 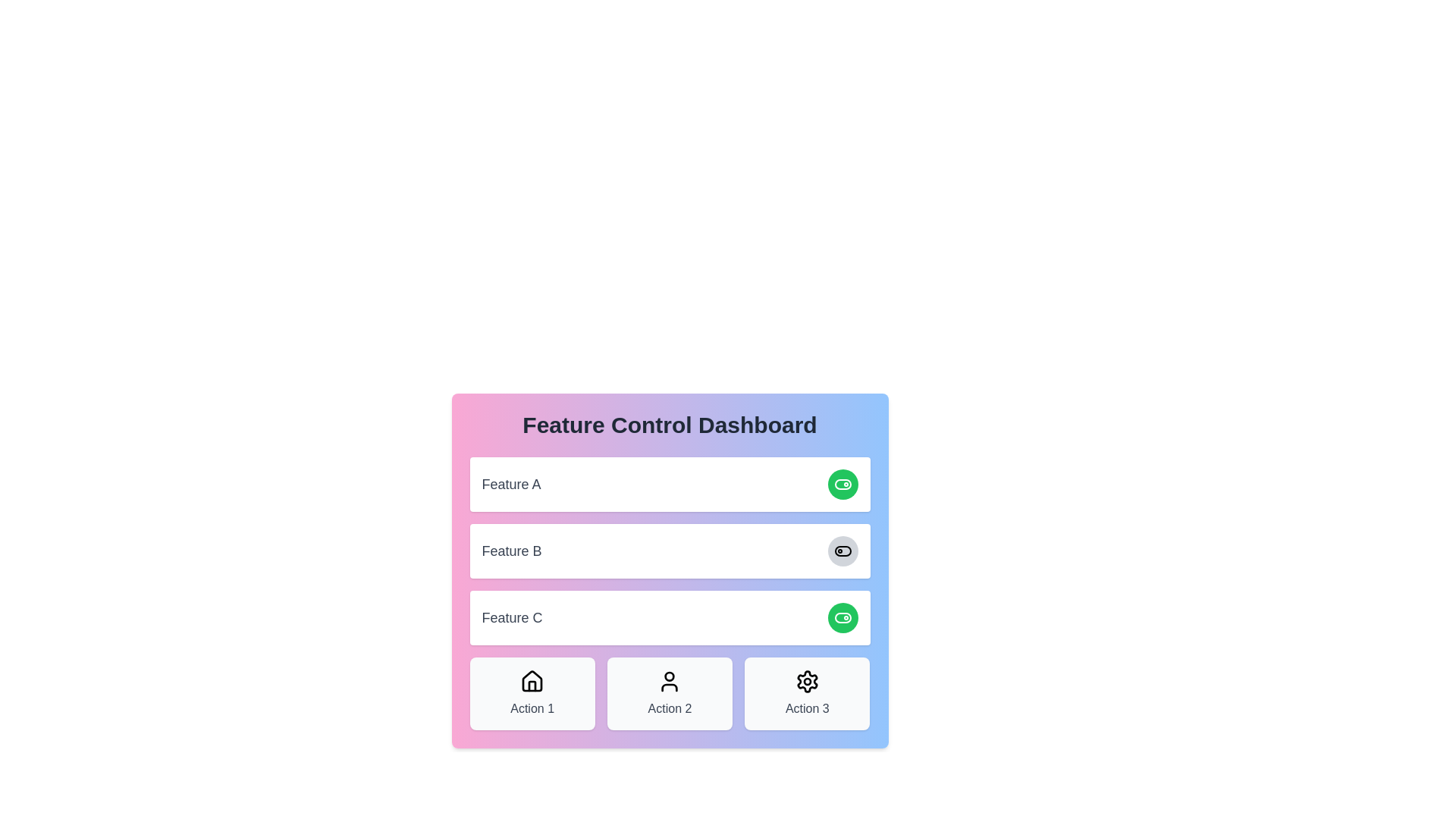 What do you see at coordinates (842, 551) in the screenshot?
I see `the rounded toggle switch with a gray background and black icon located to the right of the text 'Feature B' to change its state` at bounding box center [842, 551].